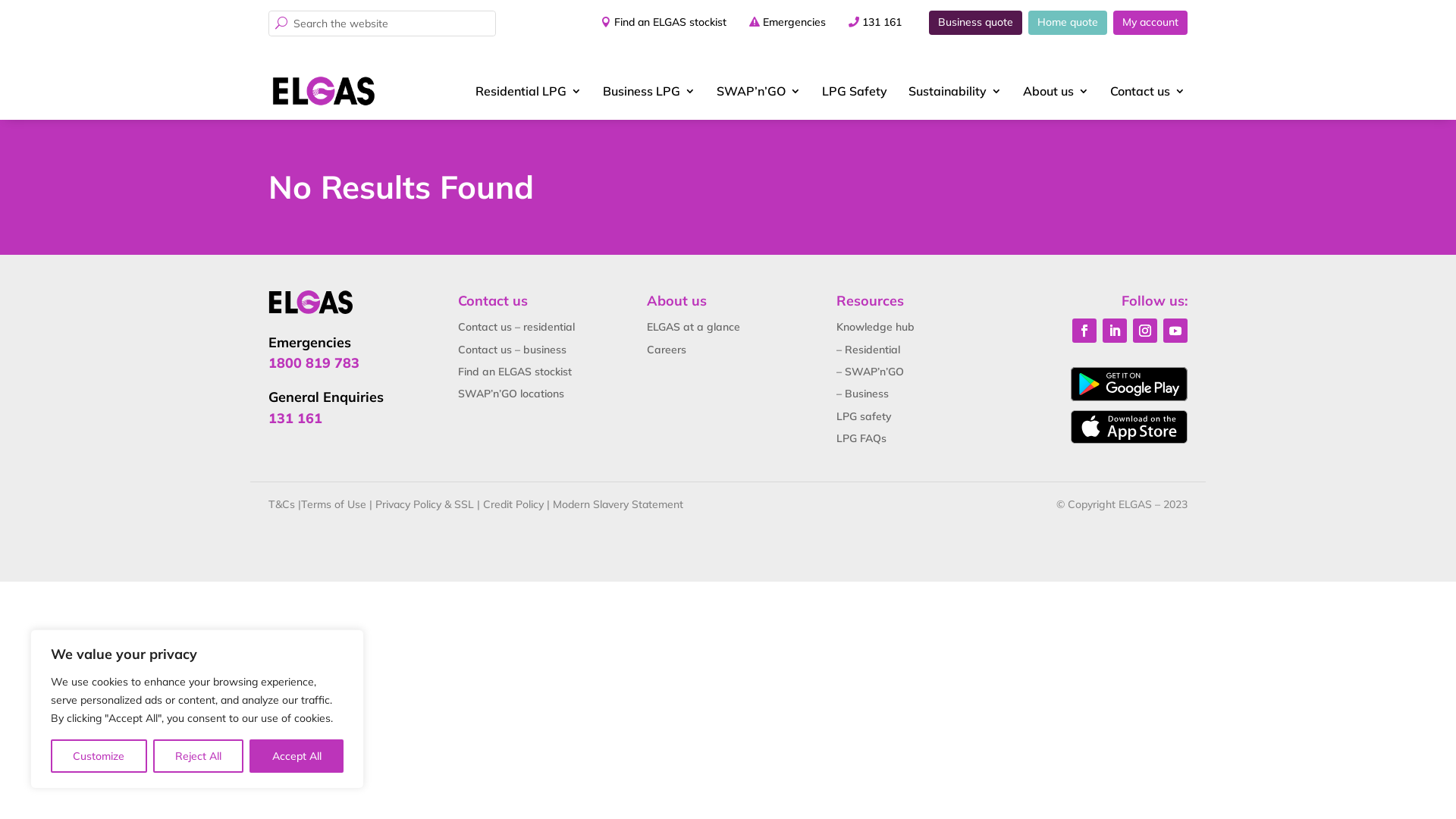 The width and height of the screenshot is (1456, 819). Describe the element at coordinates (864, 416) in the screenshot. I see `'LPG safety'` at that location.